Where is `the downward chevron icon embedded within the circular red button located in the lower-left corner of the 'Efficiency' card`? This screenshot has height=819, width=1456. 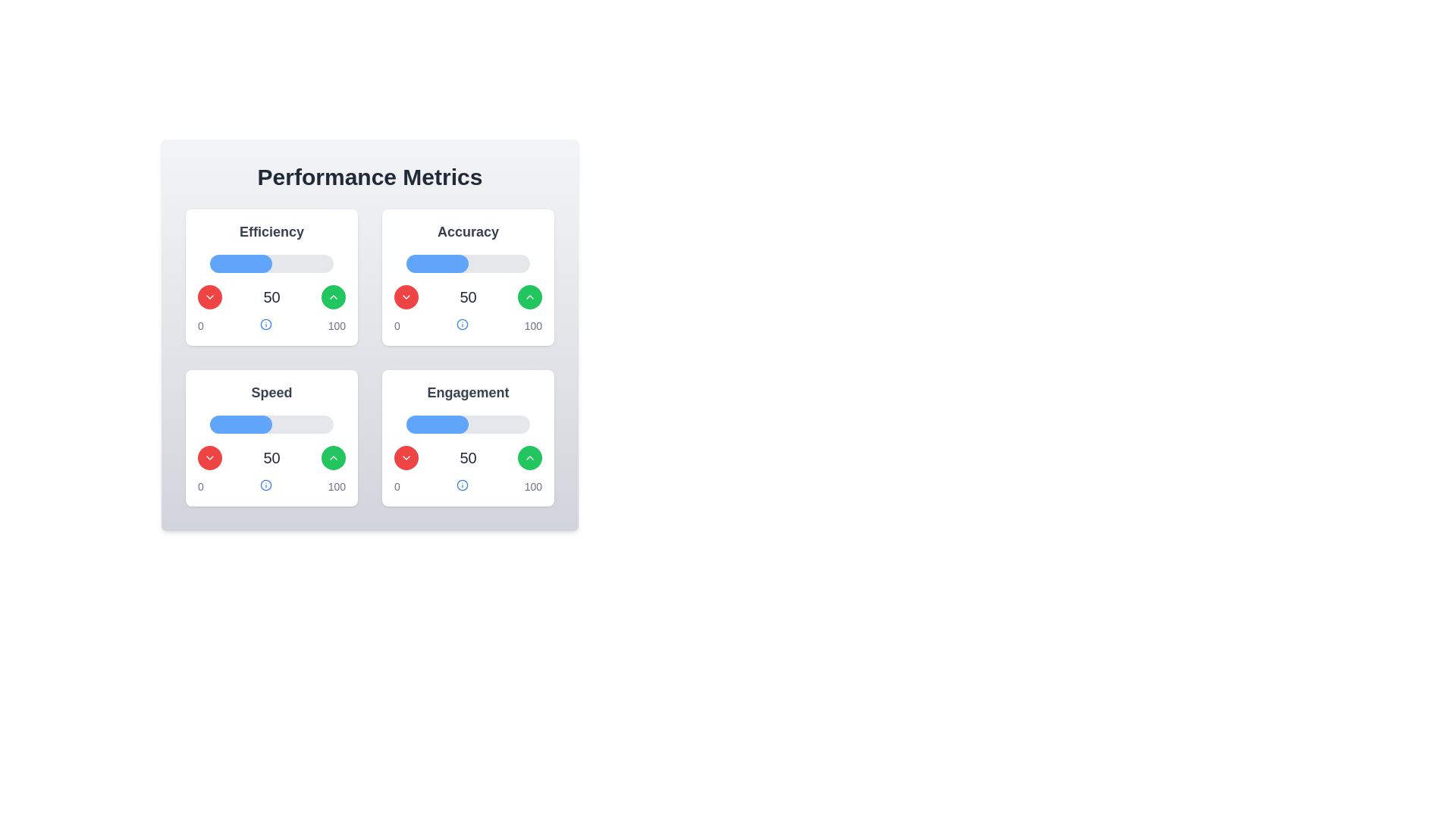 the downward chevron icon embedded within the circular red button located in the lower-left corner of the 'Efficiency' card is located at coordinates (209, 297).